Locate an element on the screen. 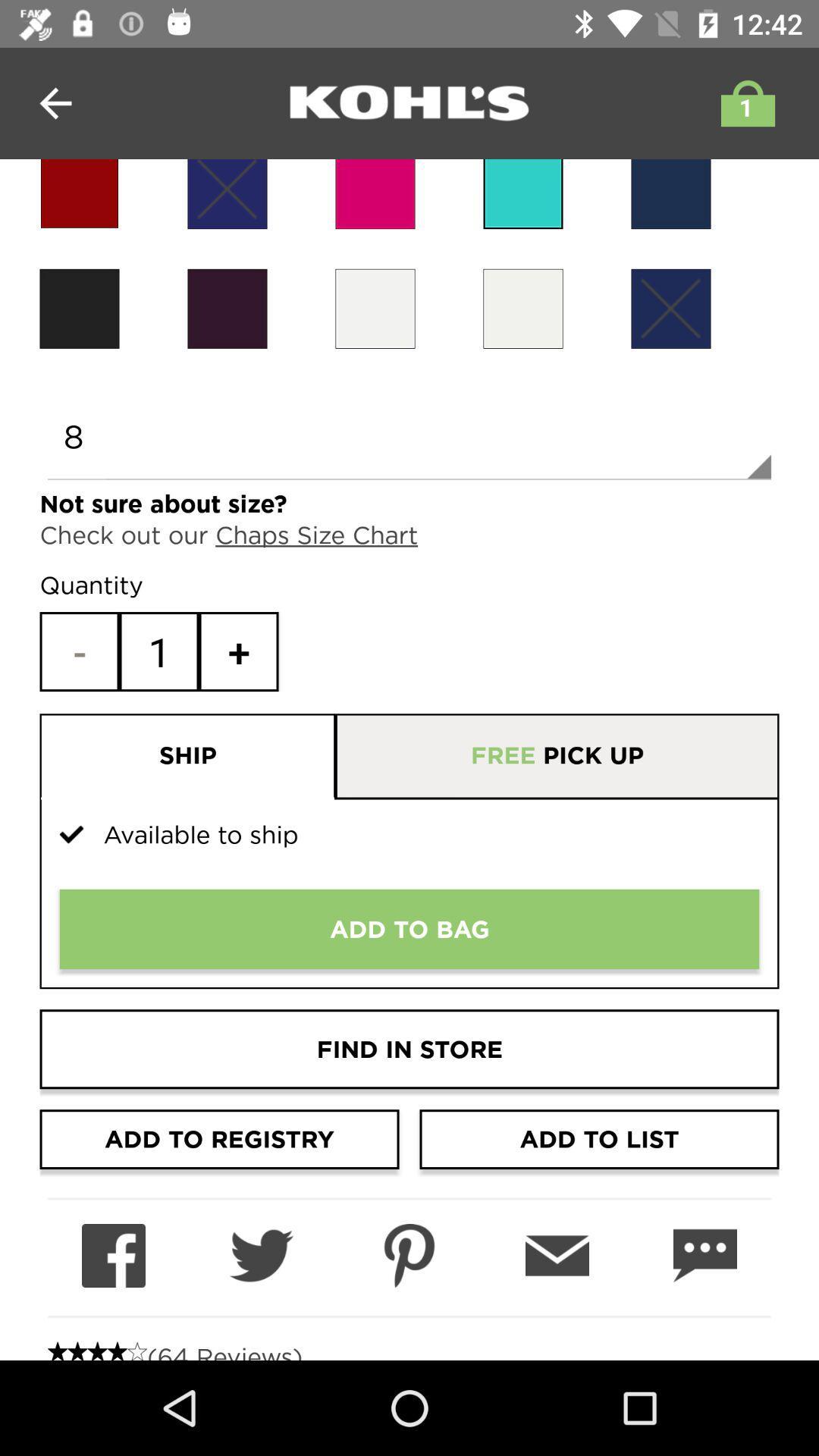 The height and width of the screenshot is (1456, 819). cart is located at coordinates (743, 102).